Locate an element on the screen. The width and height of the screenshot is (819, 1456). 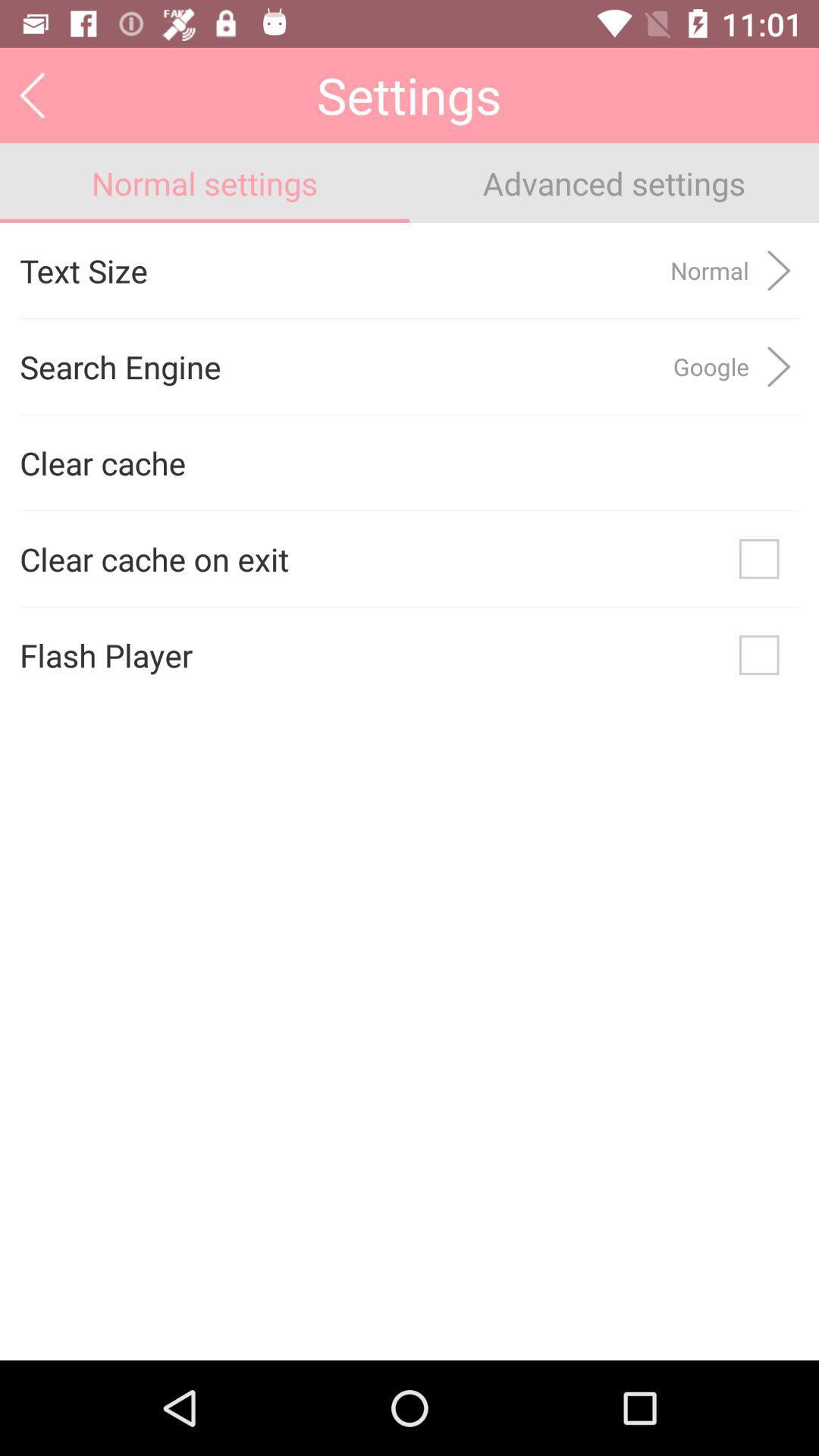
flash player is located at coordinates (759, 655).